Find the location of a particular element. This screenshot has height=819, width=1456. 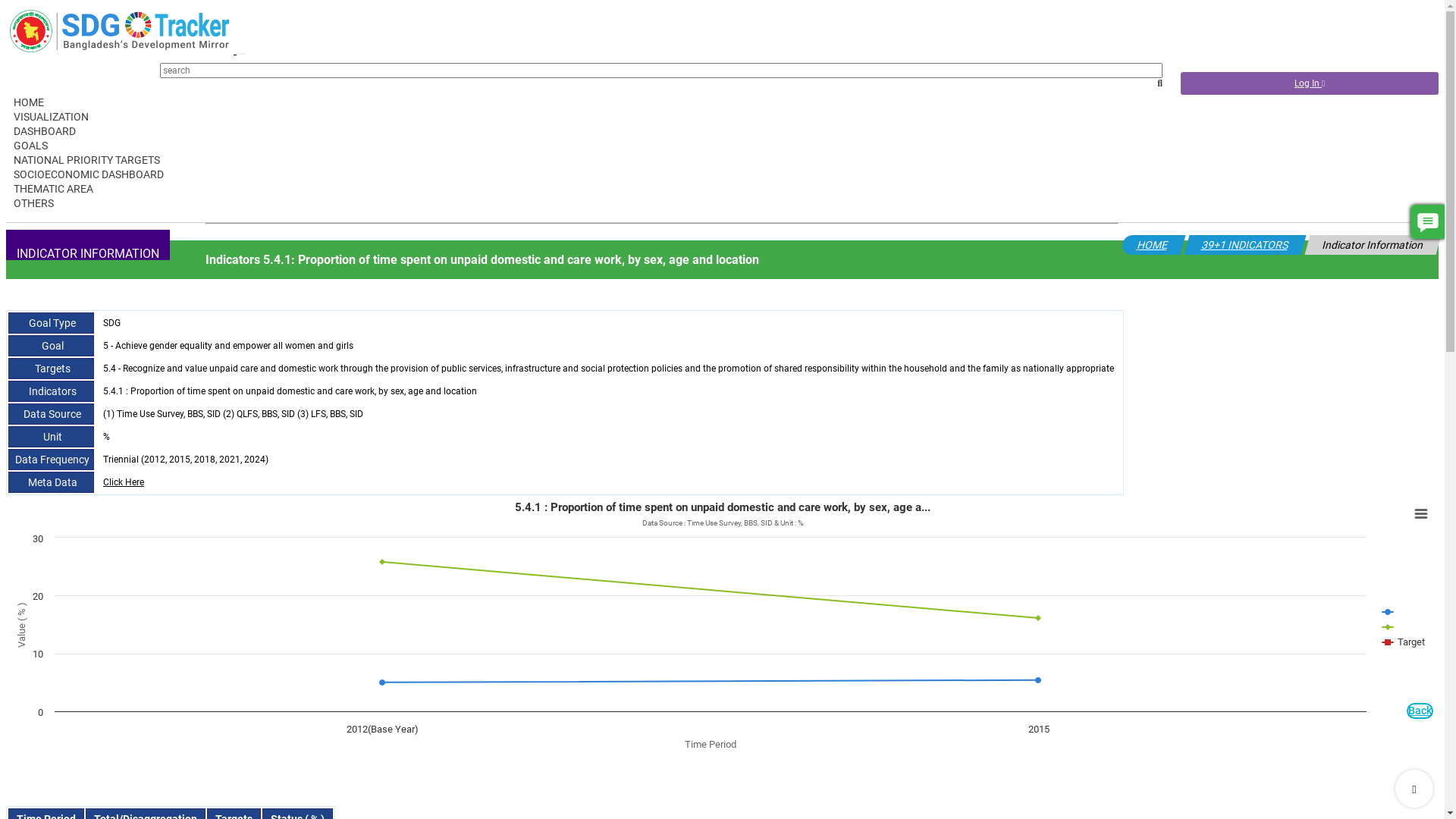

'GOALS' is located at coordinates (27, 146).